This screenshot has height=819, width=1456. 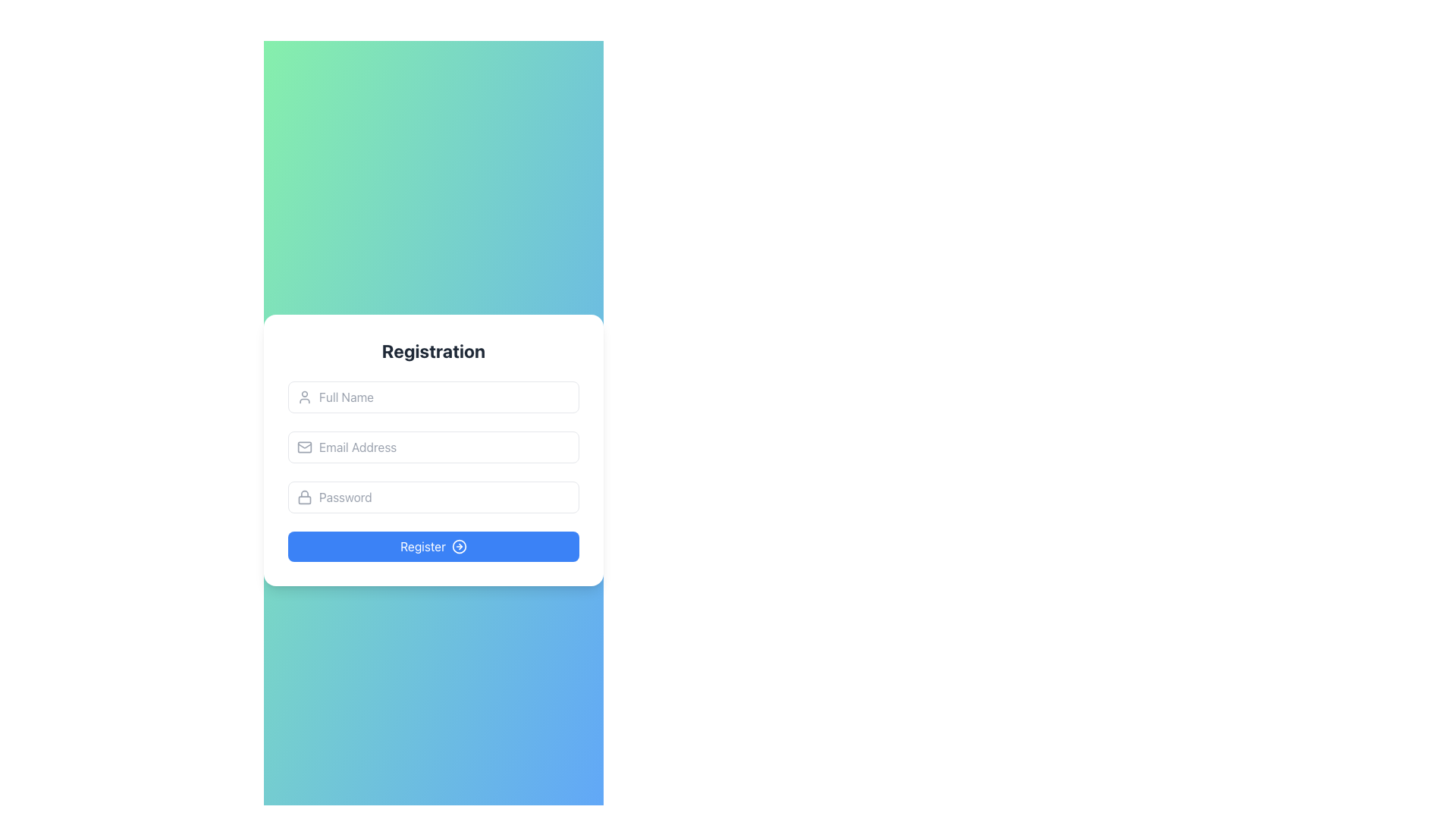 I want to click on the header text label indicating user registration, which is positioned above the input fields in the form, so click(x=432, y=350).